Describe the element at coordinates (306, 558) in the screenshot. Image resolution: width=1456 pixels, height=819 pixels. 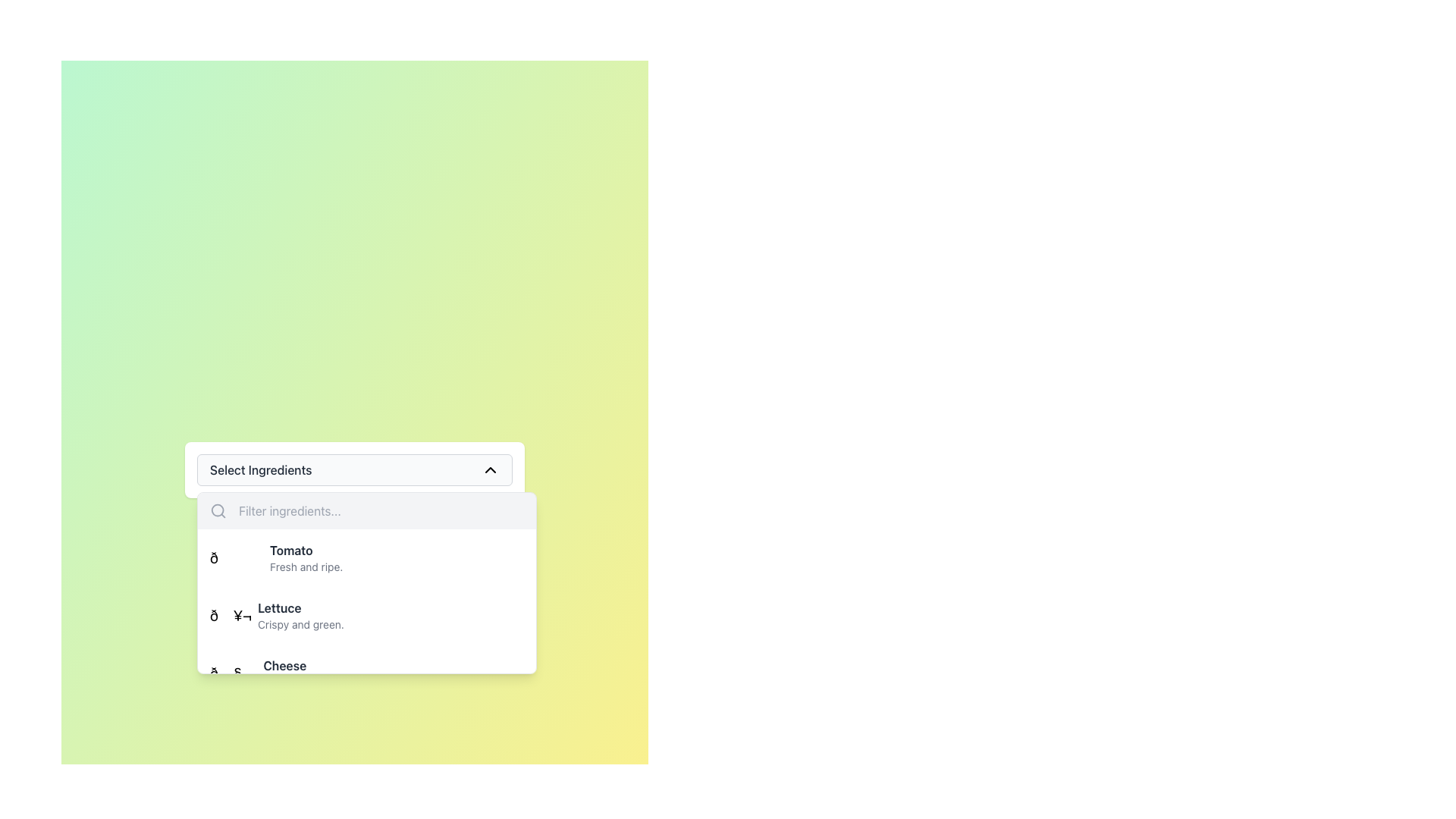
I see `the 'Tomato' text block within the dropdown menu` at that location.